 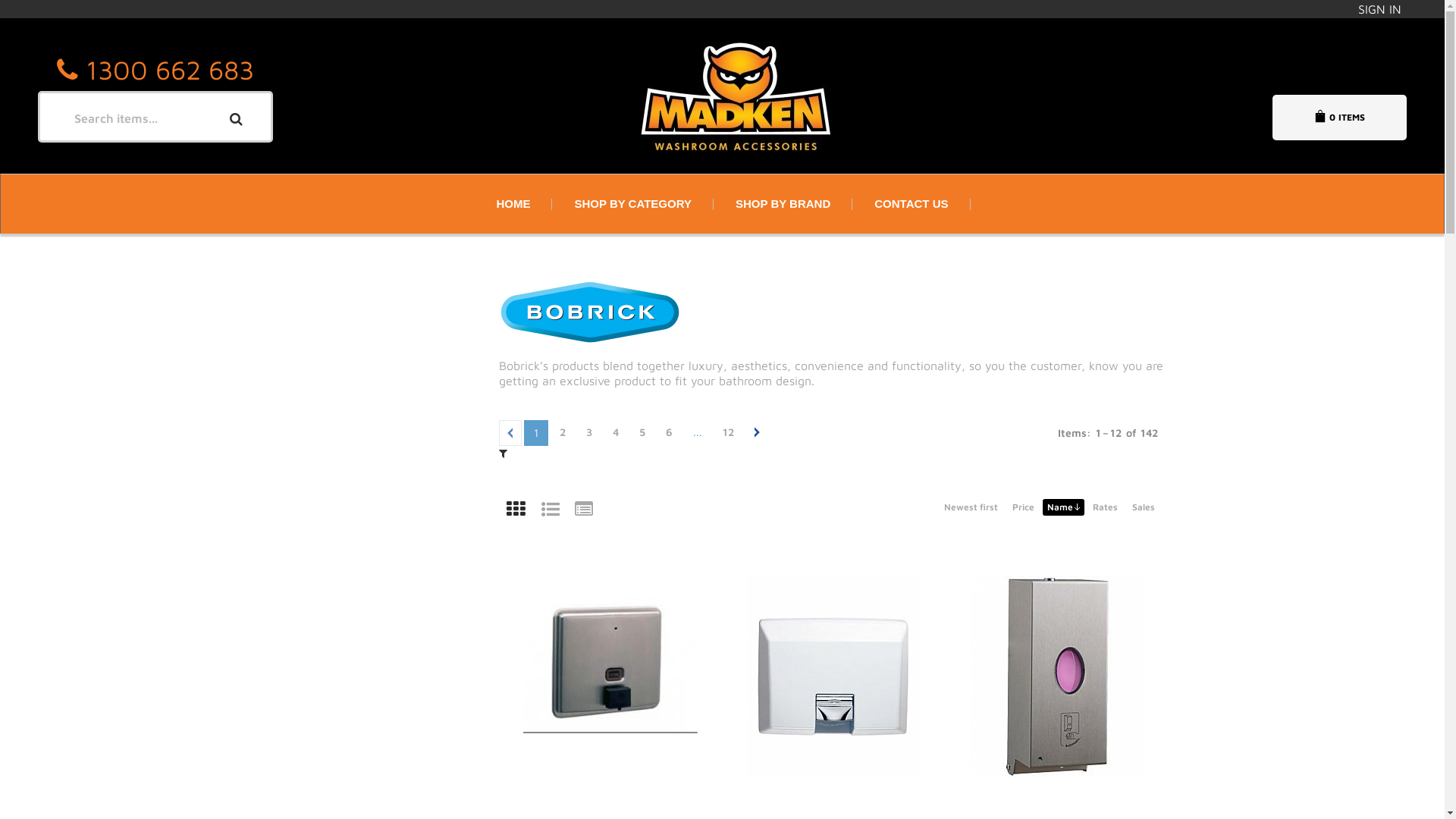 I want to click on 'Grid', so click(x=516, y=509).